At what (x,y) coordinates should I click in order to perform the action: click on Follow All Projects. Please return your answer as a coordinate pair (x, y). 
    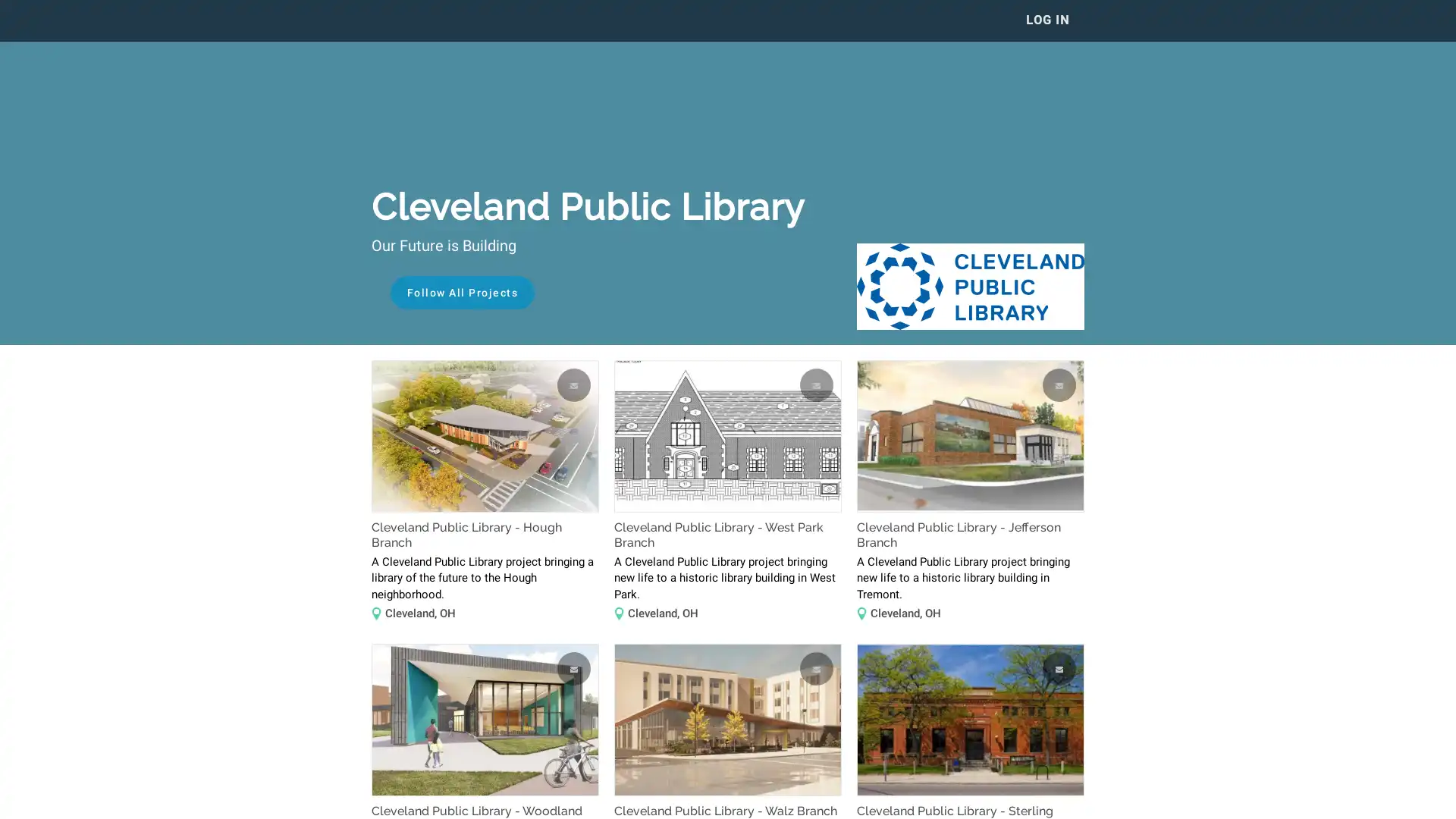
    Looking at the image, I should click on (461, 292).